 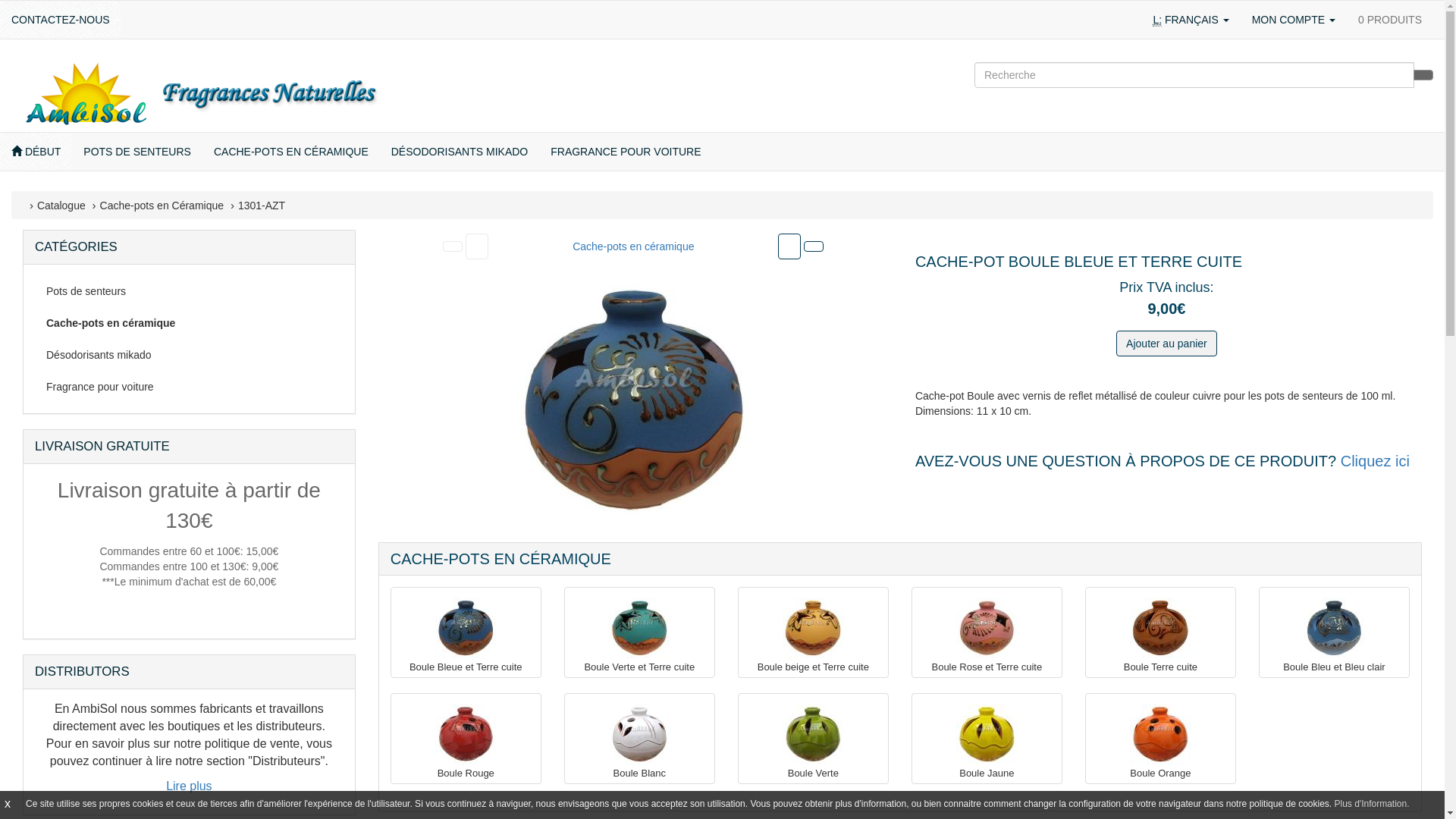 I want to click on 'x', so click(x=7, y=802).